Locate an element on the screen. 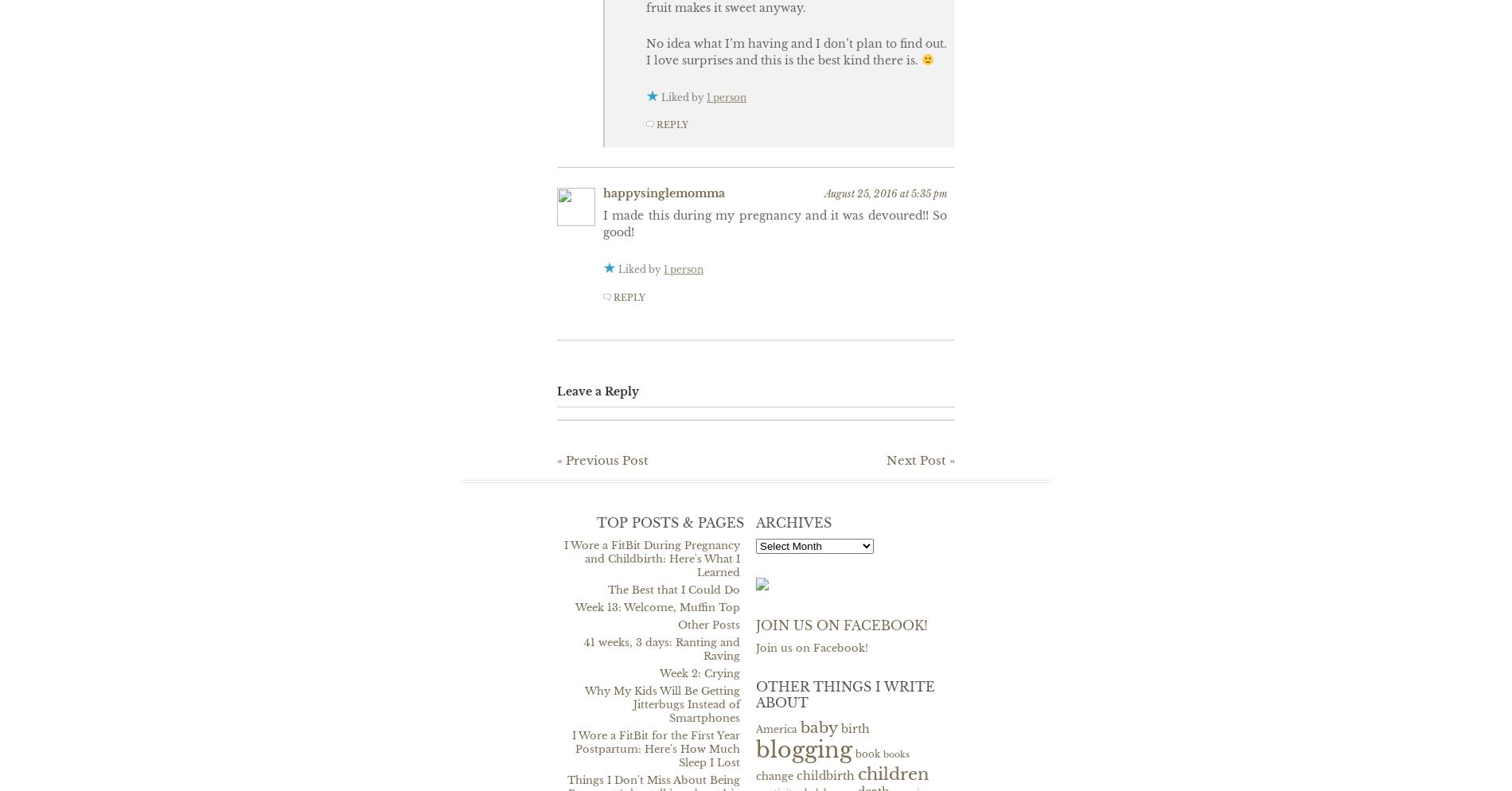 The image size is (1512, 791). 'The Best that I Could Do' is located at coordinates (673, 589).